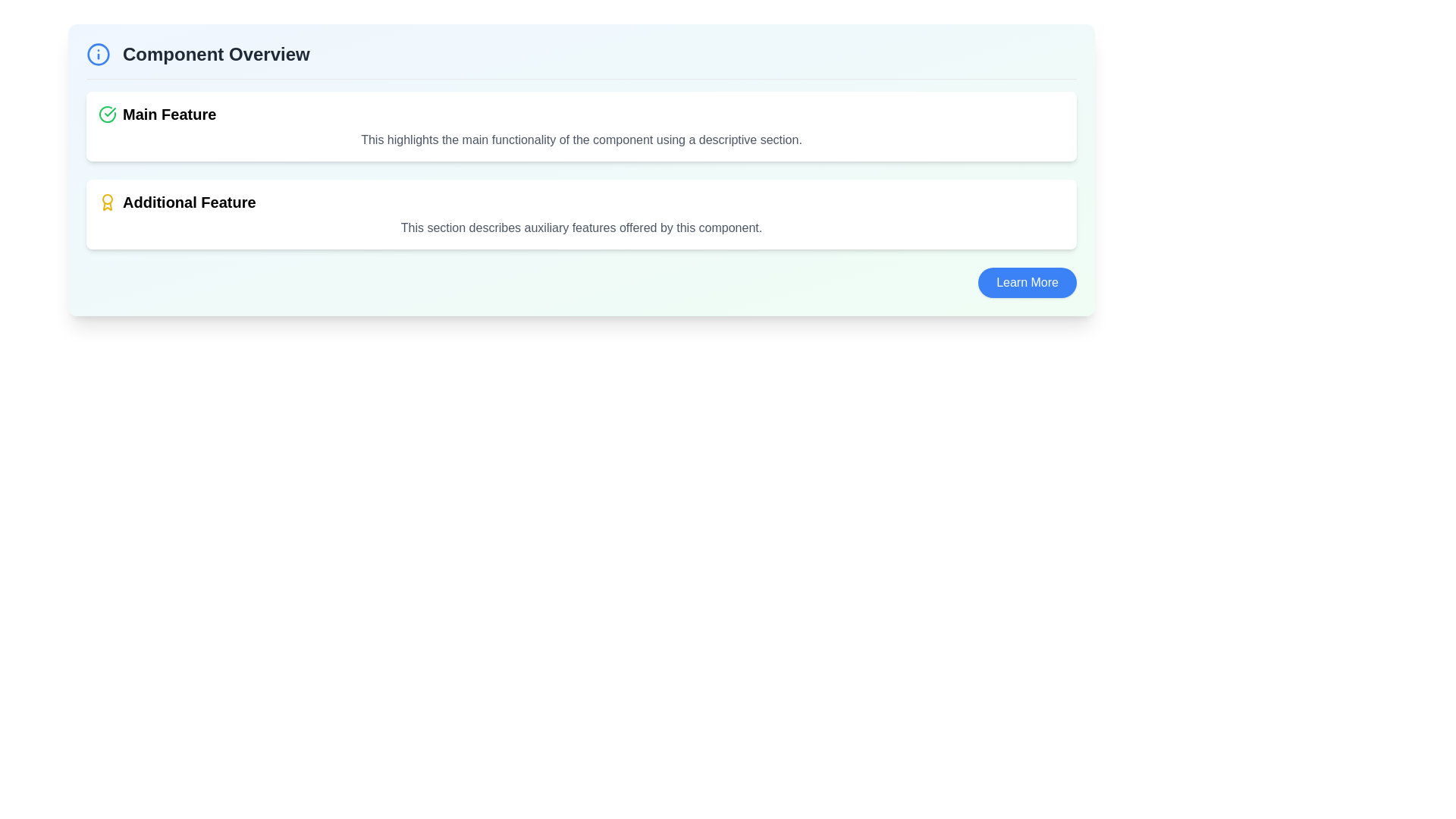  Describe the element at coordinates (1028, 283) in the screenshot. I see `the button located in the bottom-right corner of the 'Additional Feature' section` at that location.